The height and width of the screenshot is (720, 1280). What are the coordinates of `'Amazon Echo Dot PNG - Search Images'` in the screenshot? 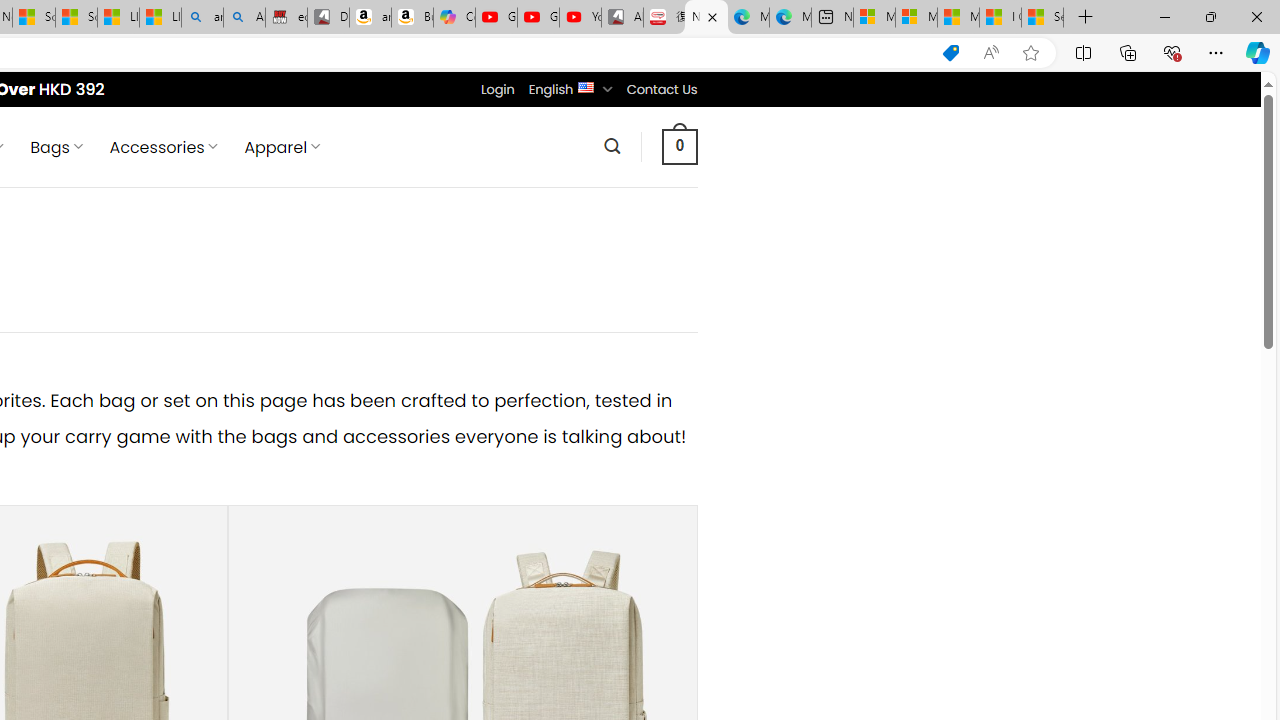 It's located at (243, 17).